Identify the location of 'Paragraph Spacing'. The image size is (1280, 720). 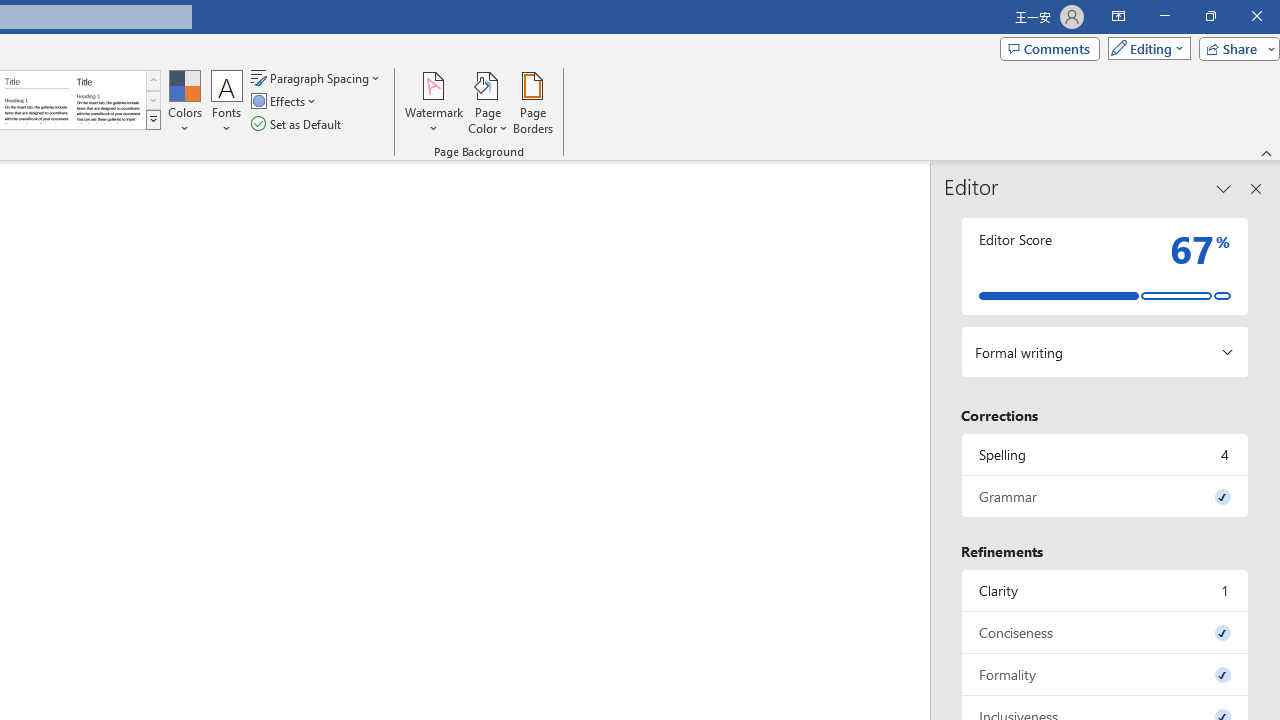
(316, 77).